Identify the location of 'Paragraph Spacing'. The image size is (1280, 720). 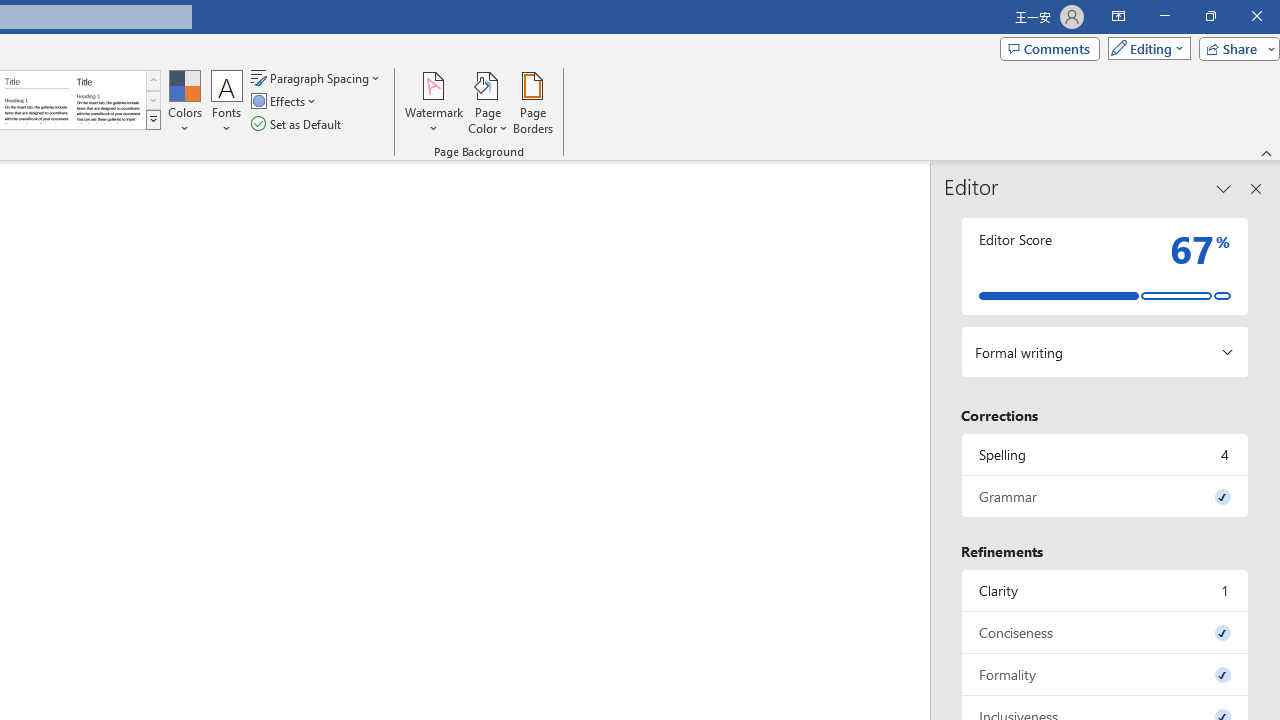
(316, 77).